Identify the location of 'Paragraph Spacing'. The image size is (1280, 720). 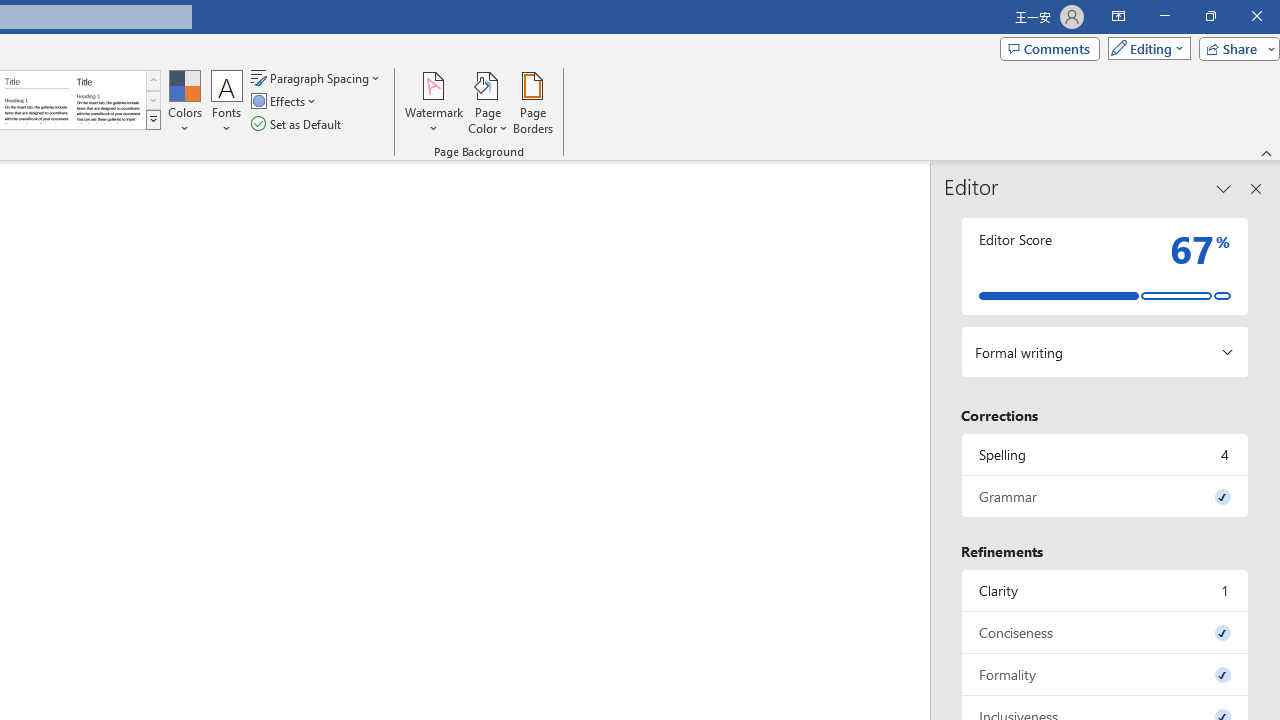
(316, 77).